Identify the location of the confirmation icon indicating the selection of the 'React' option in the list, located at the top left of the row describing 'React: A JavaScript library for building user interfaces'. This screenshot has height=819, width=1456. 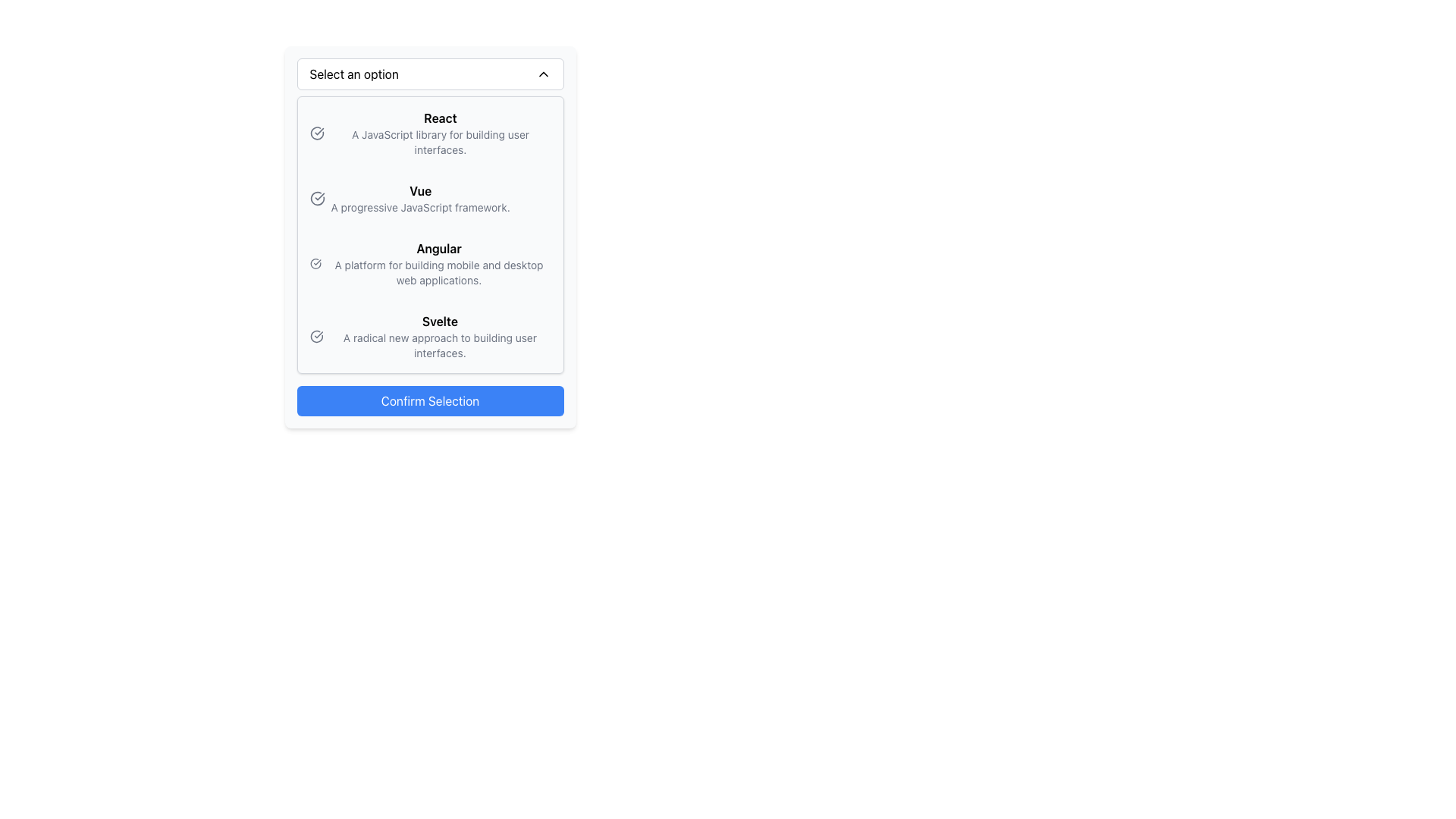
(315, 133).